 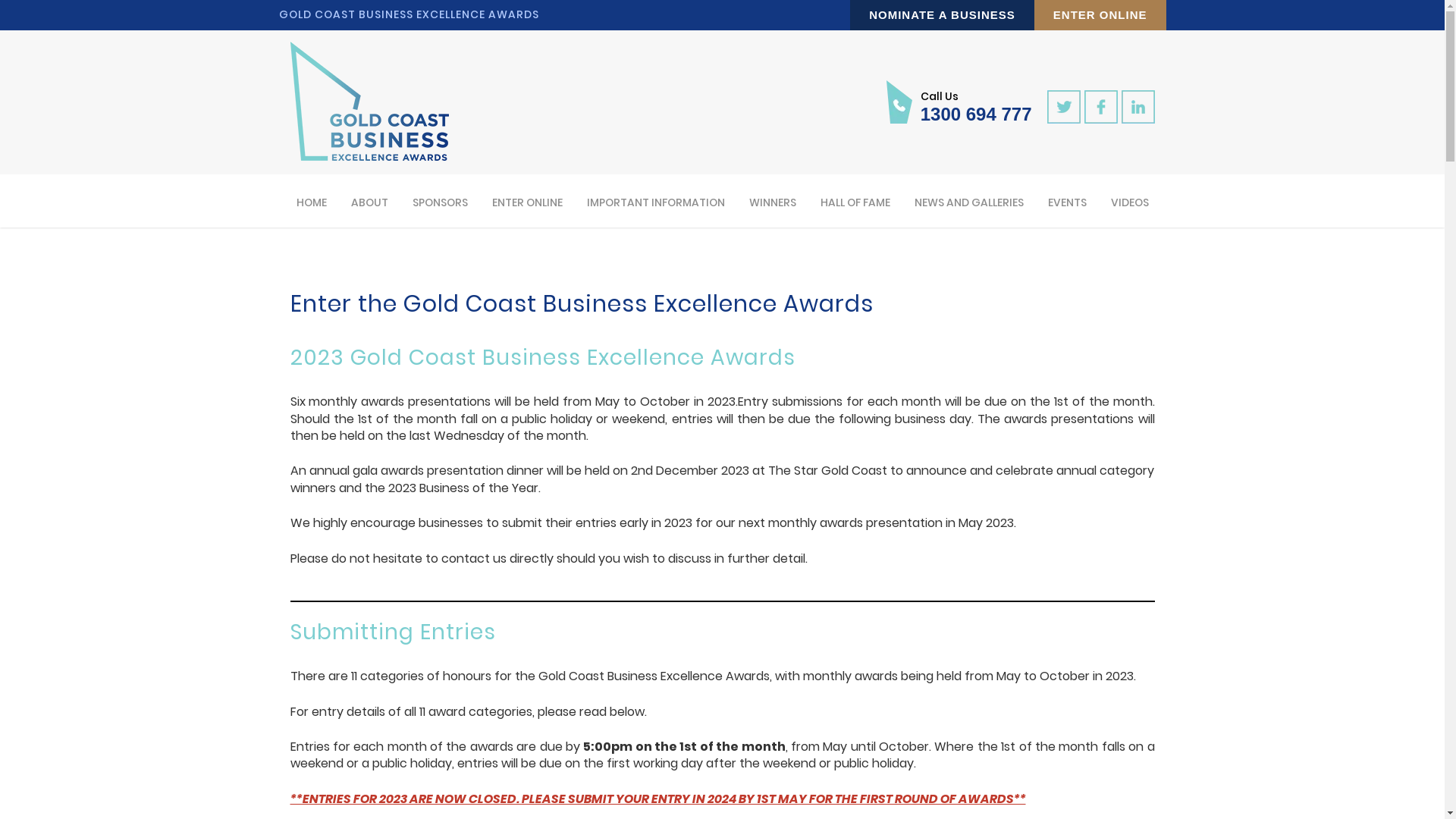 I want to click on 'HALL OF FAME', so click(x=855, y=200).